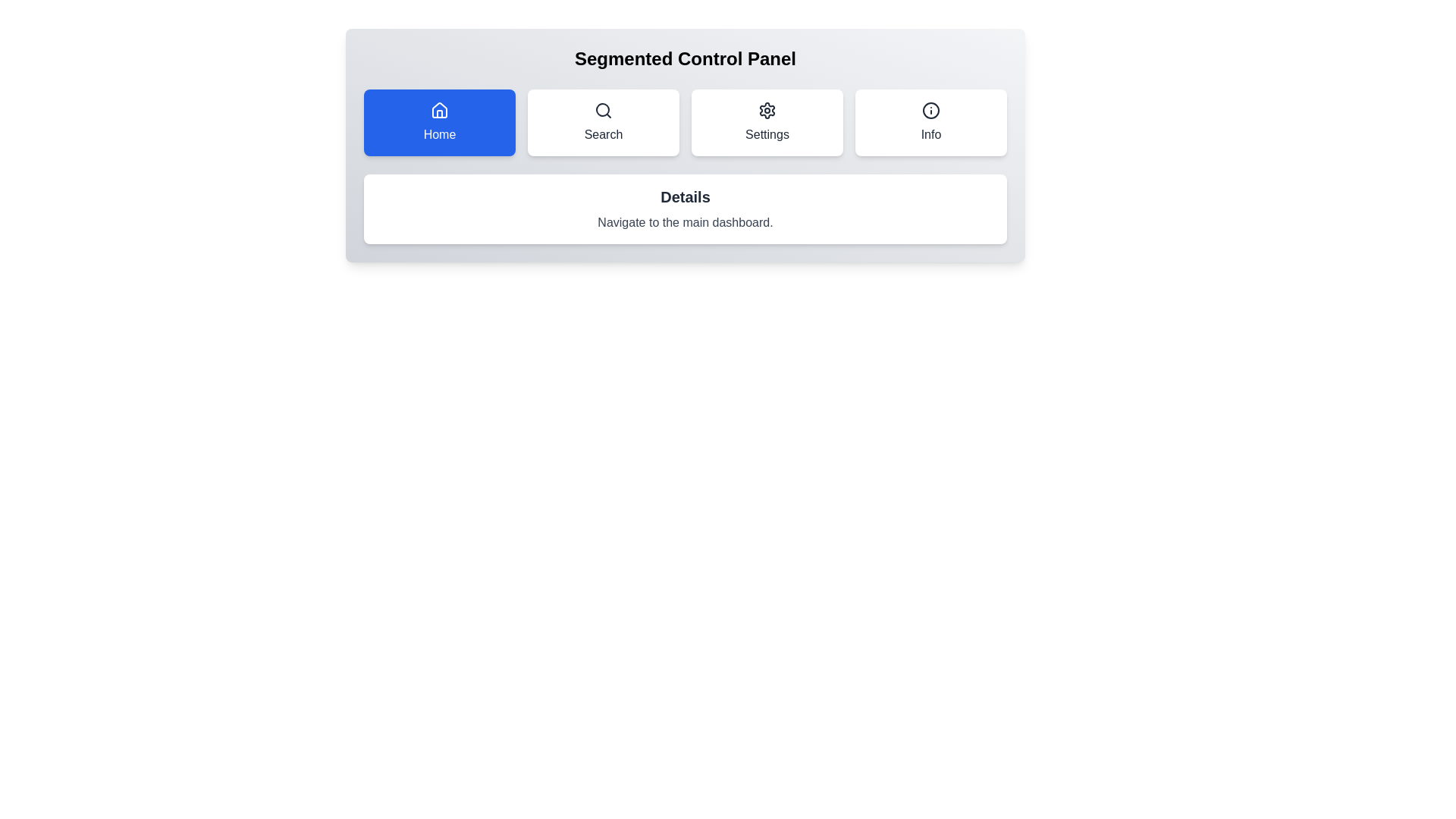 The width and height of the screenshot is (1456, 819). I want to click on the Home button icon located in the navigation bar, so click(439, 110).